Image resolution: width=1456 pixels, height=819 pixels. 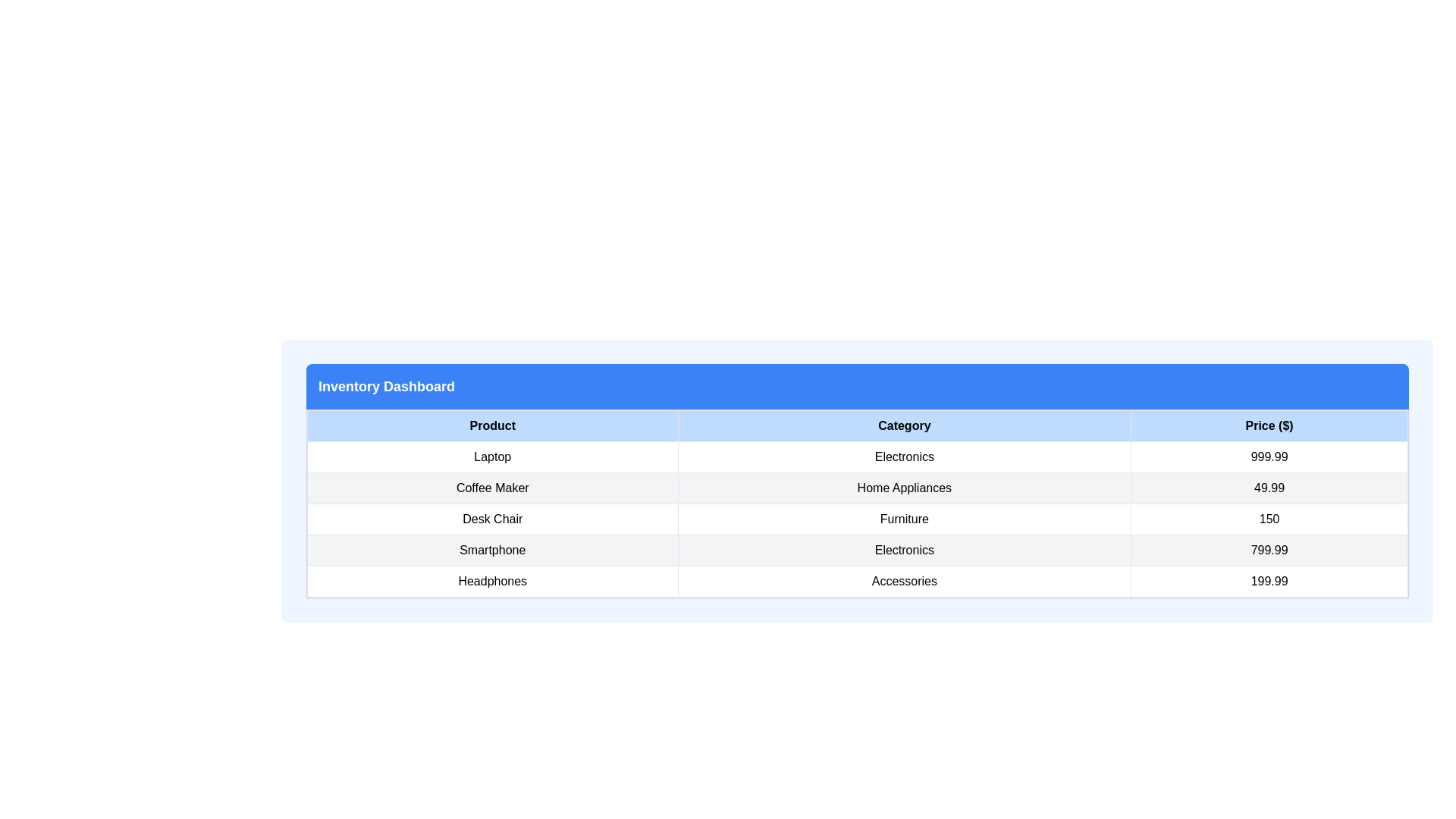 What do you see at coordinates (1269, 426) in the screenshot?
I see `the 'Price ($)' column header in the table, which is the third column header located at the top-right corner of the table` at bounding box center [1269, 426].